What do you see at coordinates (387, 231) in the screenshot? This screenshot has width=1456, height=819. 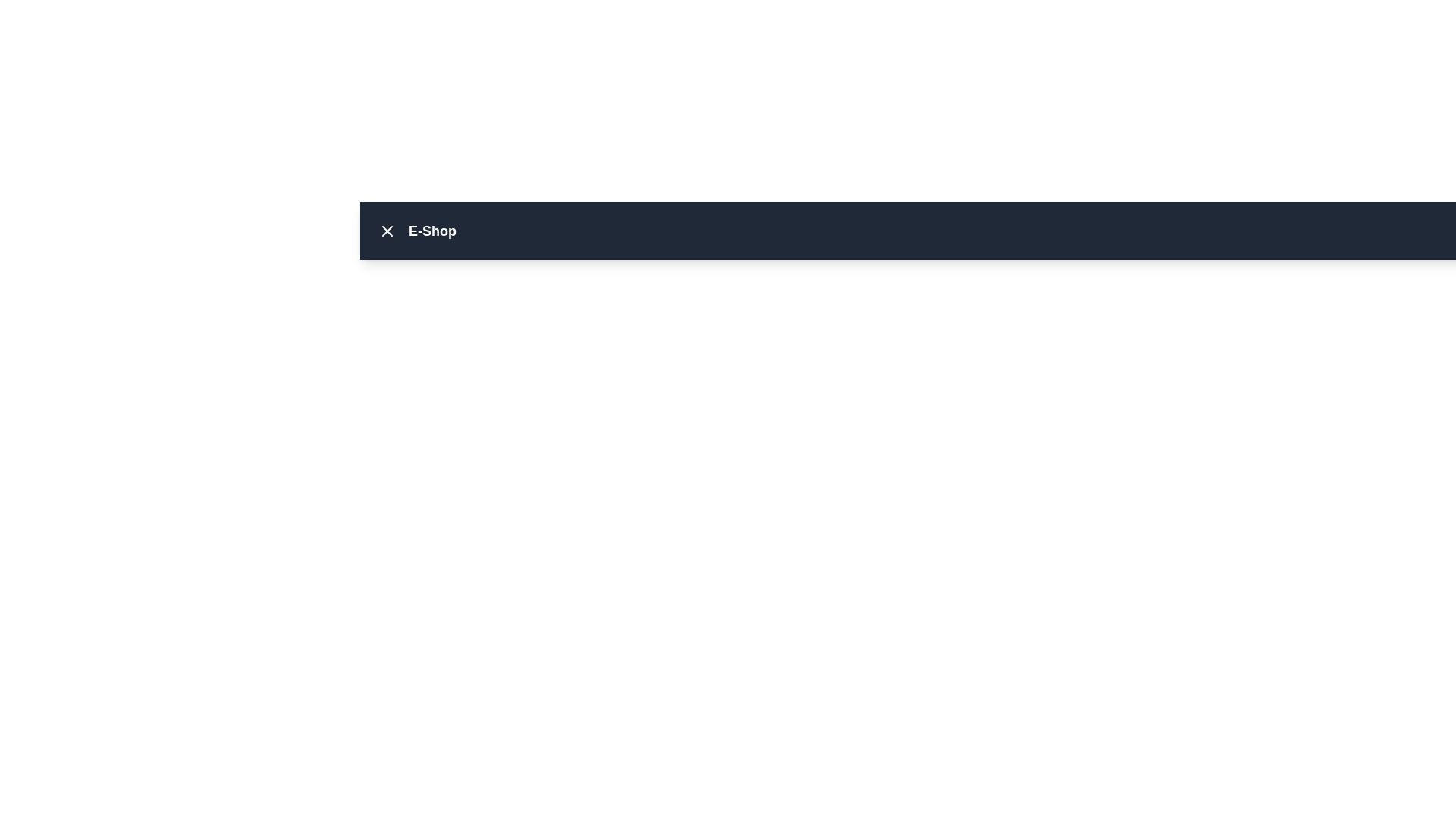 I see `the Close icon located at the left end of the horizontal dark header bar, just before the label 'E-Shop'` at bounding box center [387, 231].